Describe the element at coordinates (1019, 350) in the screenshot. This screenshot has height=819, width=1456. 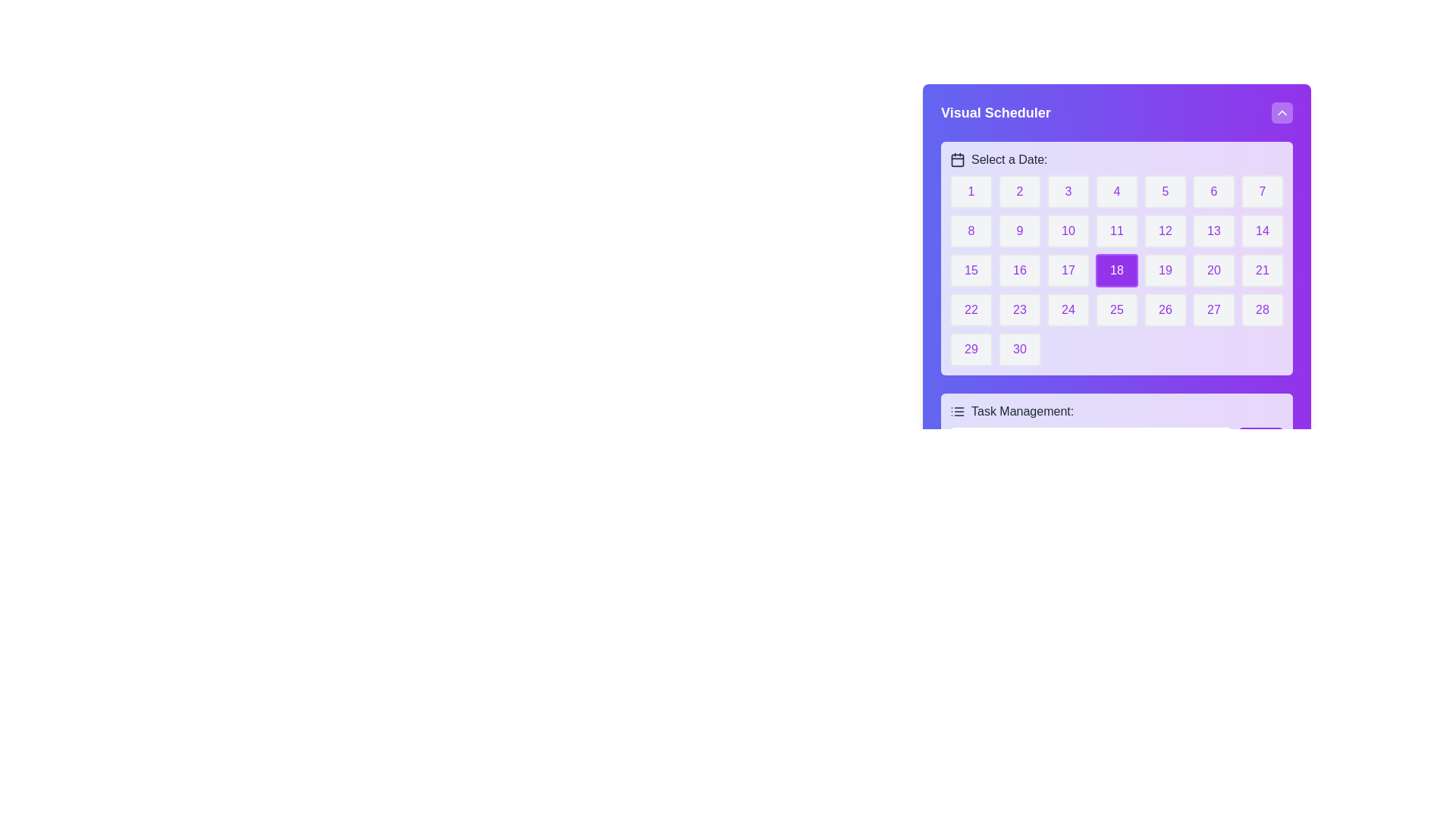
I see `the button for selecting the date '30' in the calendar widget, located in the last row, second column of the grid layout` at that location.